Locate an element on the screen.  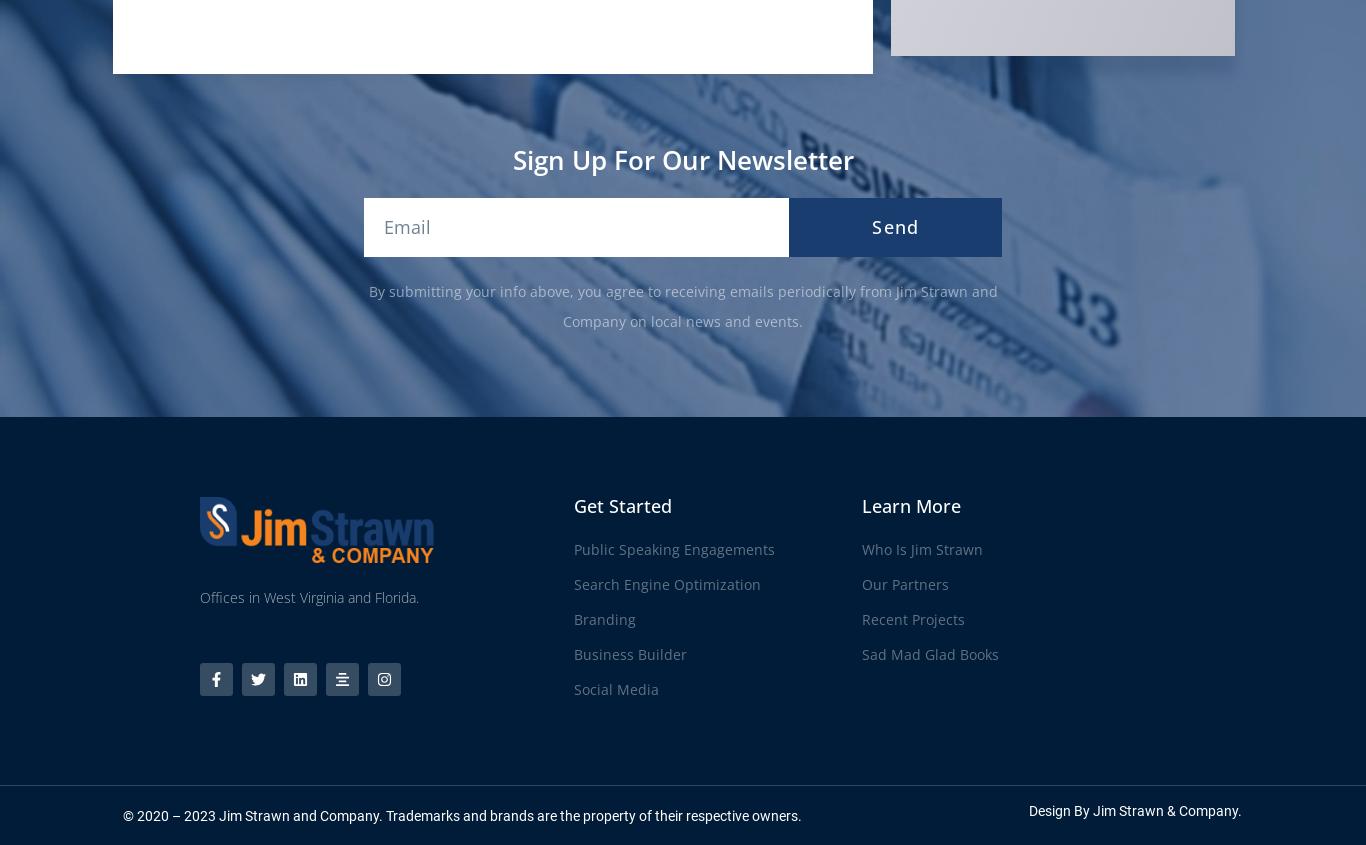
'Public Speaking Engagements' is located at coordinates (672, 548).